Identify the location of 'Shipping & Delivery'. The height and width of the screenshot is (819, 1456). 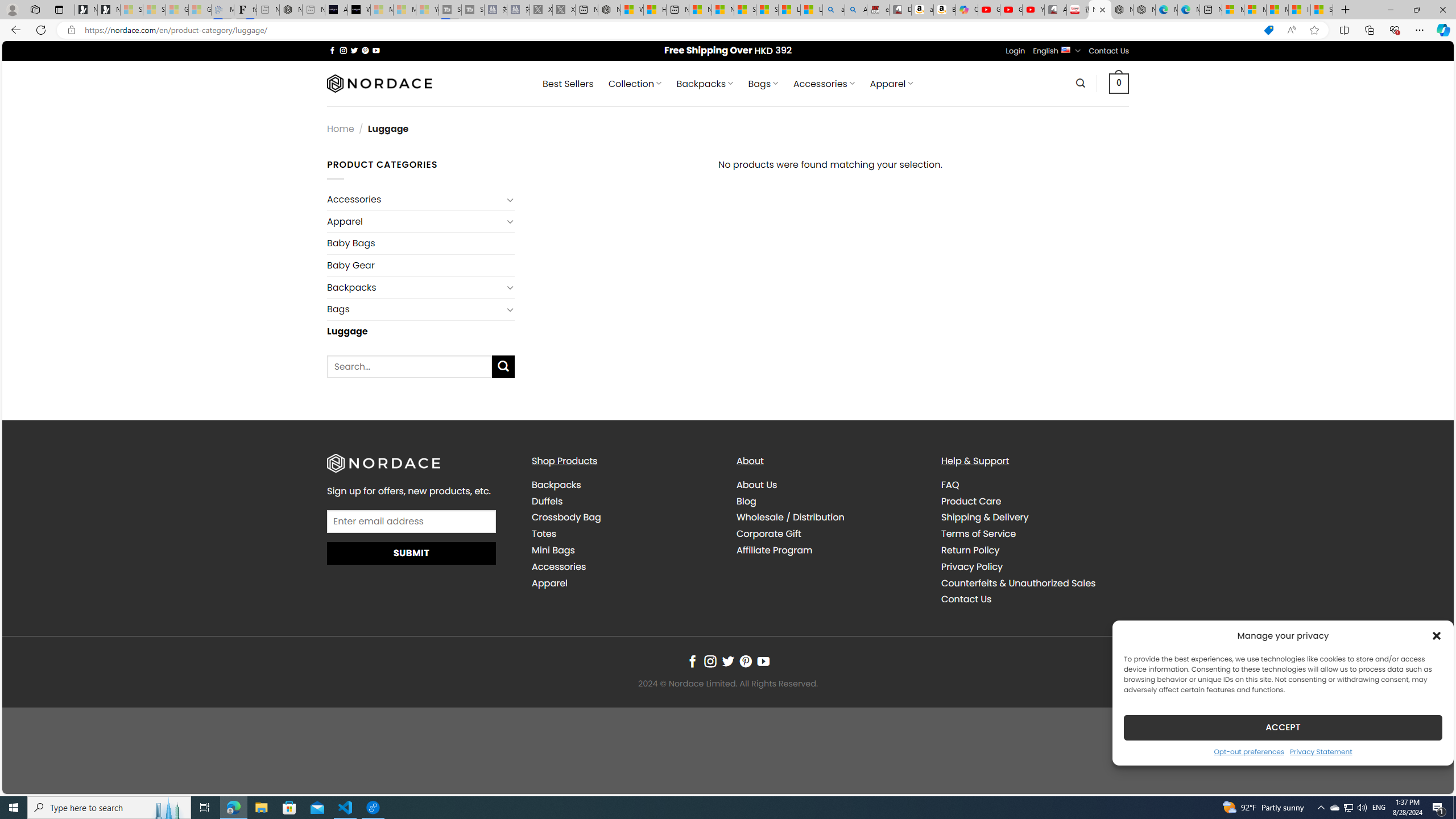
(985, 517).